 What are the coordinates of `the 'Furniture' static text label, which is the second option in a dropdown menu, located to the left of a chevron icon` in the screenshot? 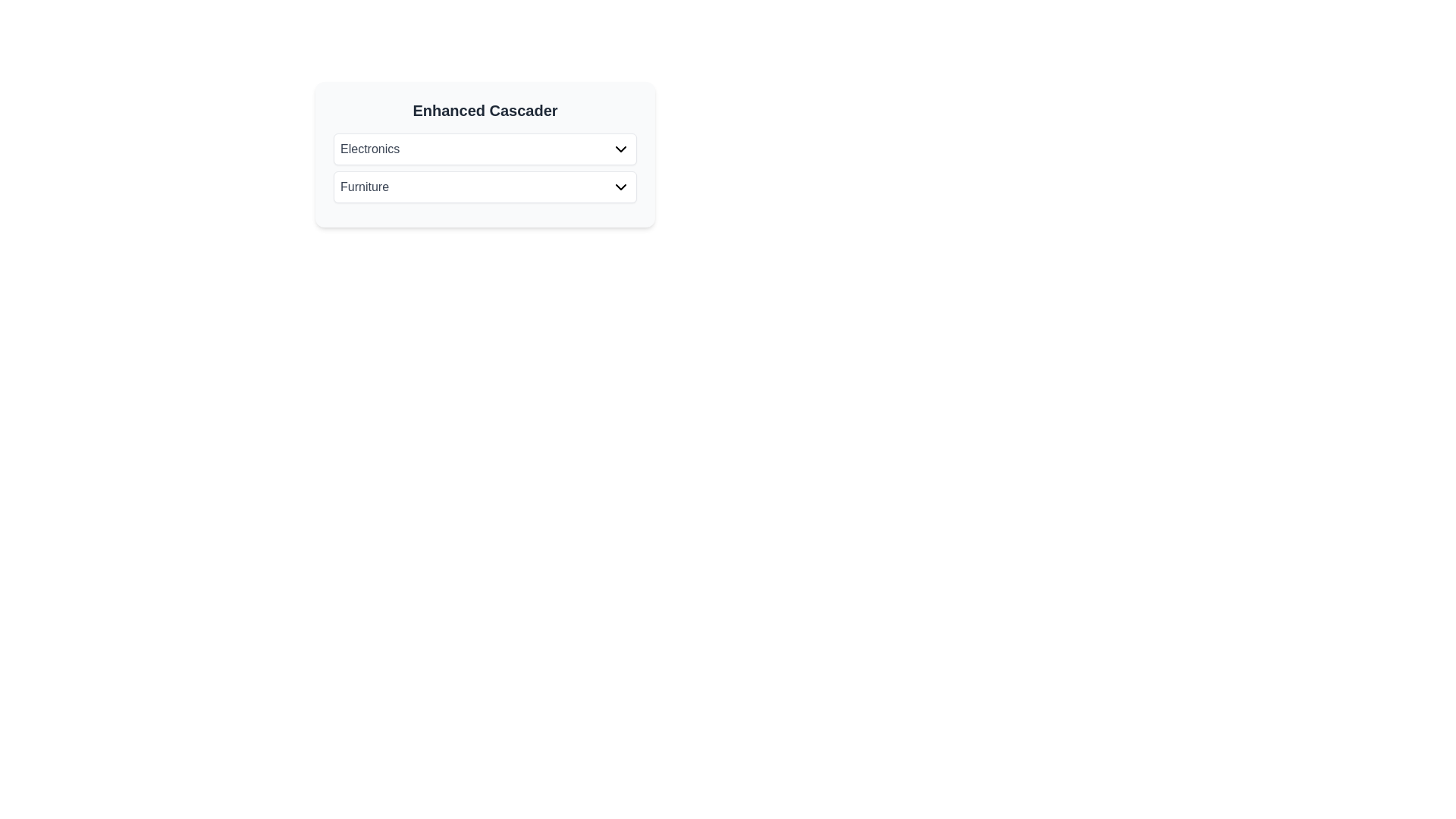 It's located at (364, 186).